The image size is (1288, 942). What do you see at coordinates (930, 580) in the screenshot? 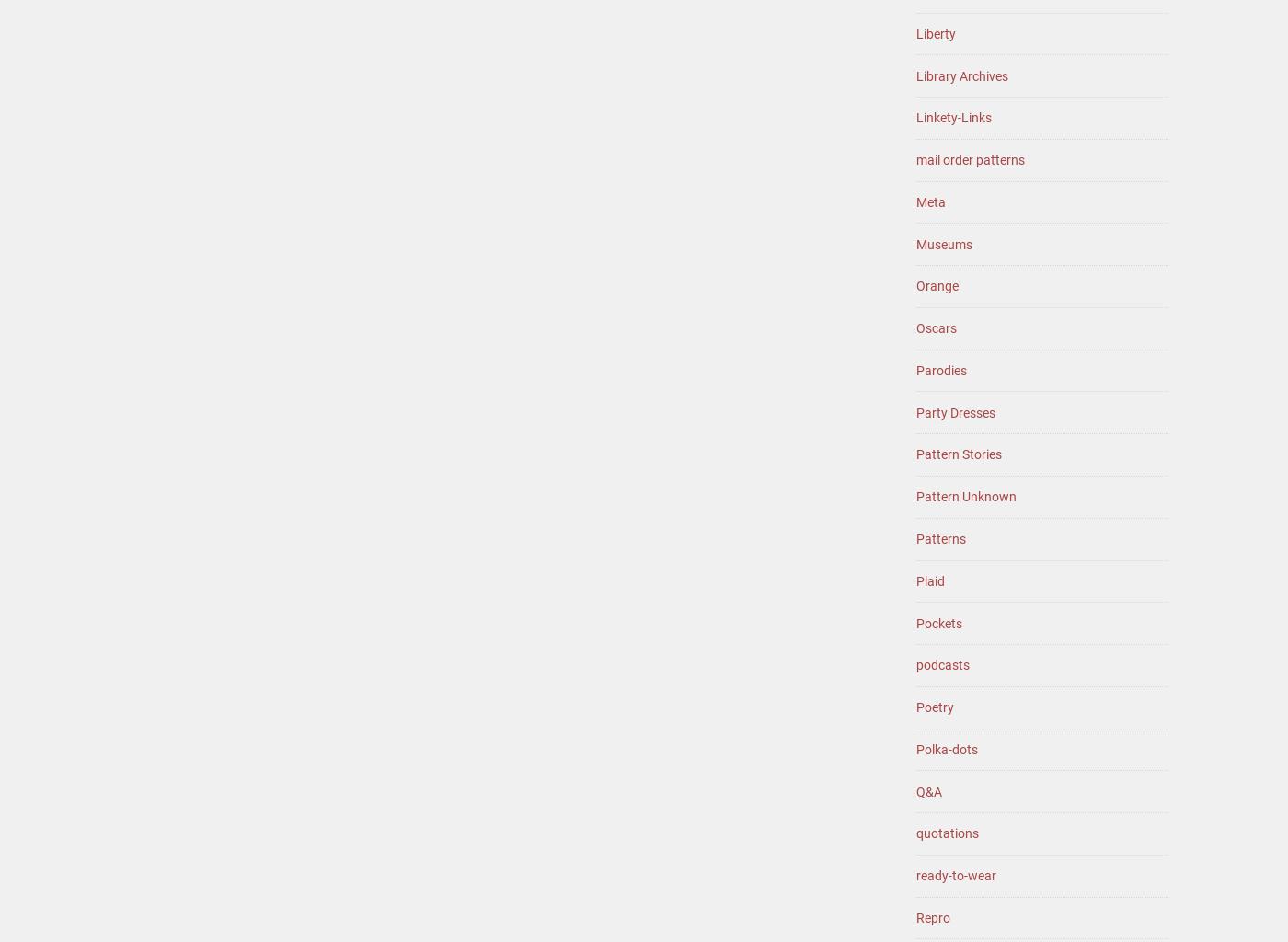
I see `'Plaid'` at bounding box center [930, 580].